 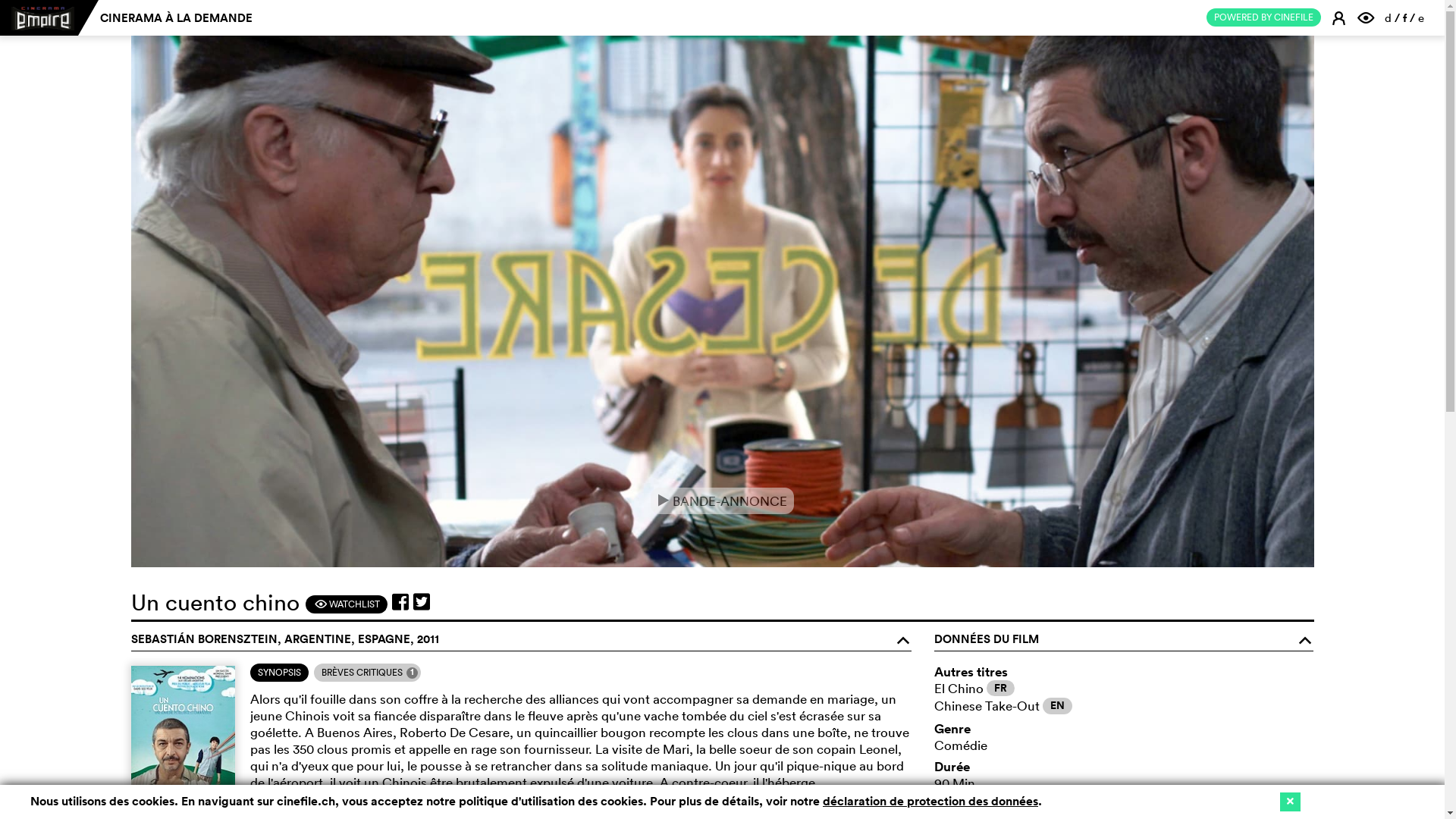 What do you see at coordinates (279, 671) in the screenshot?
I see `'SYNOPSIS'` at bounding box center [279, 671].